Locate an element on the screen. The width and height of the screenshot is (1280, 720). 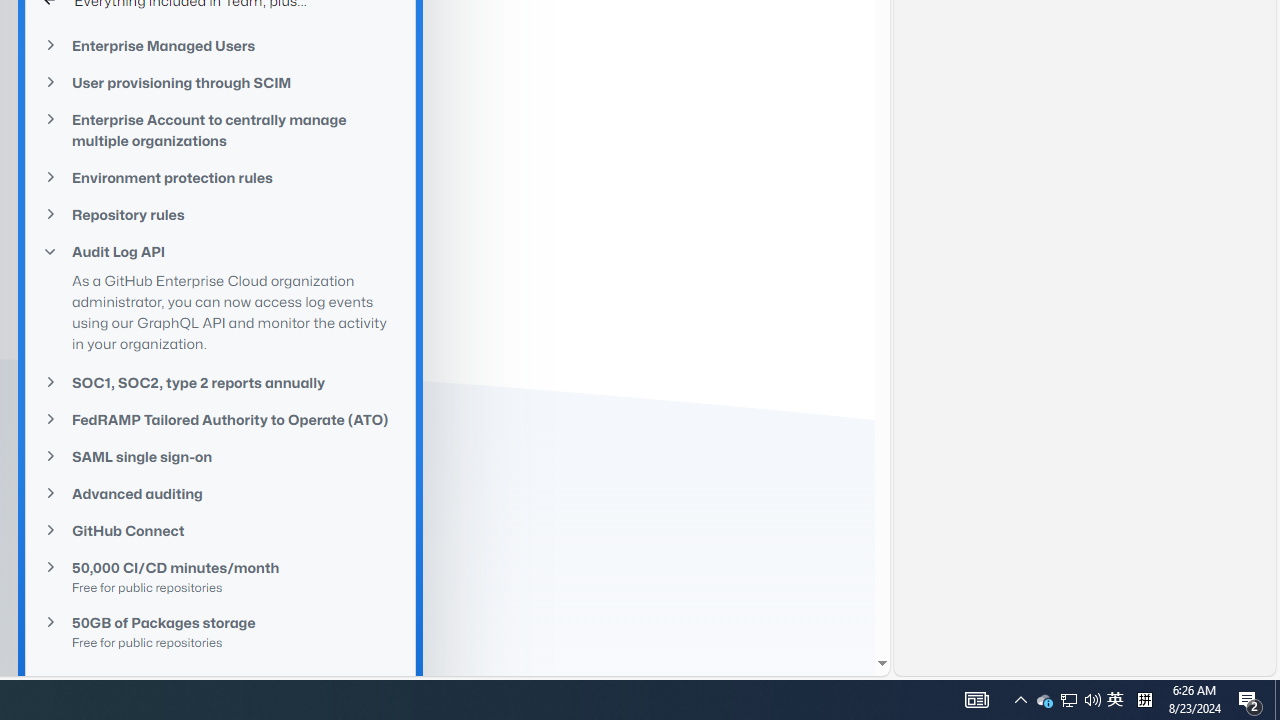
'SAML single sign-on' is located at coordinates (220, 456).